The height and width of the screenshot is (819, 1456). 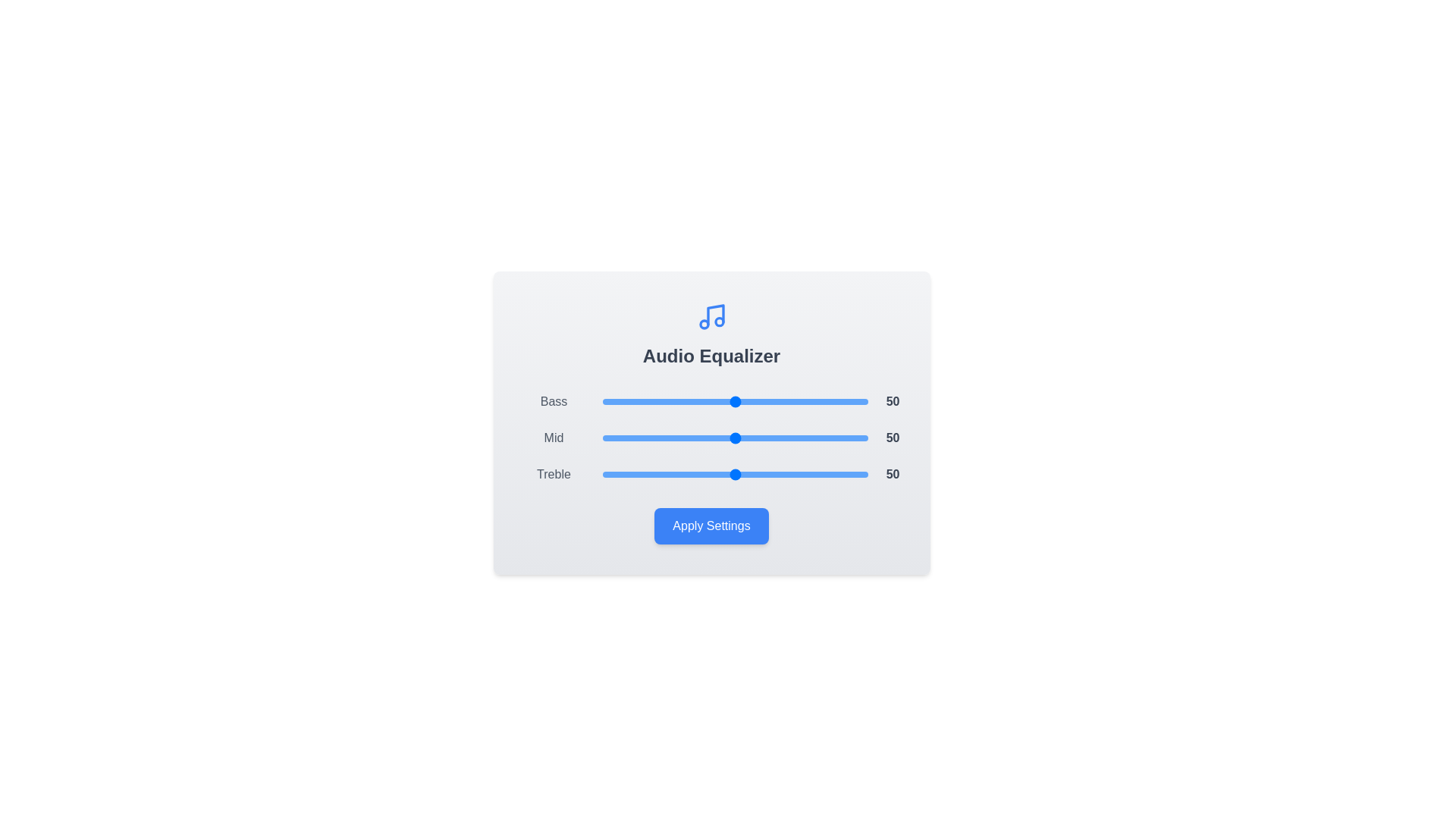 What do you see at coordinates (835, 438) in the screenshot?
I see `the 'Mid' slider to 88` at bounding box center [835, 438].